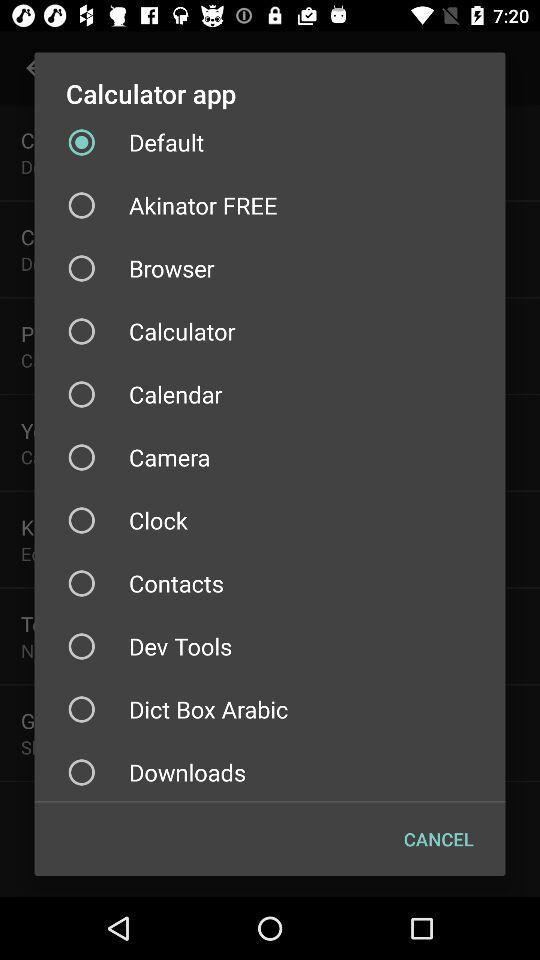 The height and width of the screenshot is (960, 540). What do you see at coordinates (437, 839) in the screenshot?
I see `item below downloads item` at bounding box center [437, 839].